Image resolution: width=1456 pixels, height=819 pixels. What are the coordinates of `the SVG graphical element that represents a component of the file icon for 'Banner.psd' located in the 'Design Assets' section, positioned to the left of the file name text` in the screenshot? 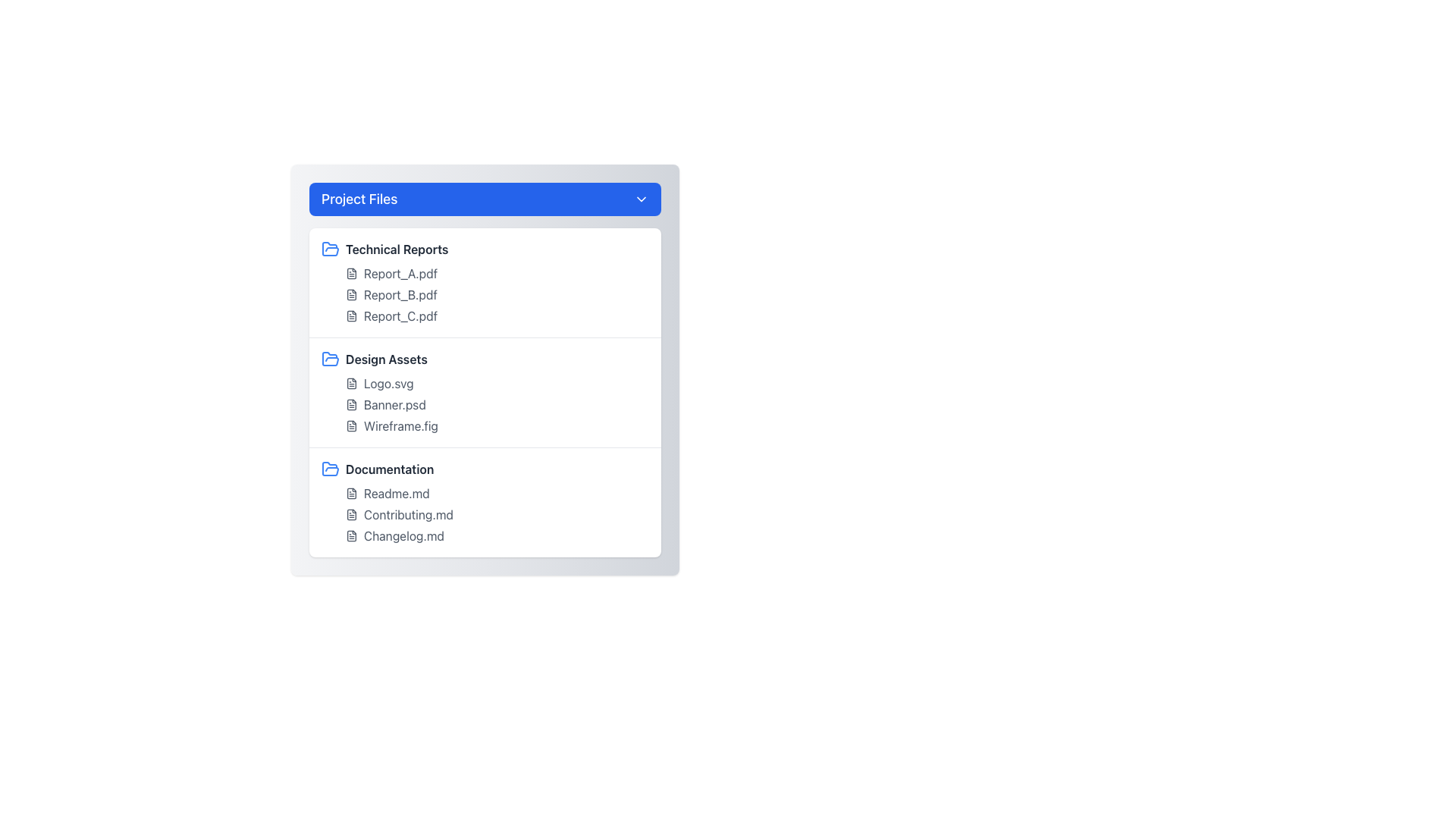 It's located at (351, 403).